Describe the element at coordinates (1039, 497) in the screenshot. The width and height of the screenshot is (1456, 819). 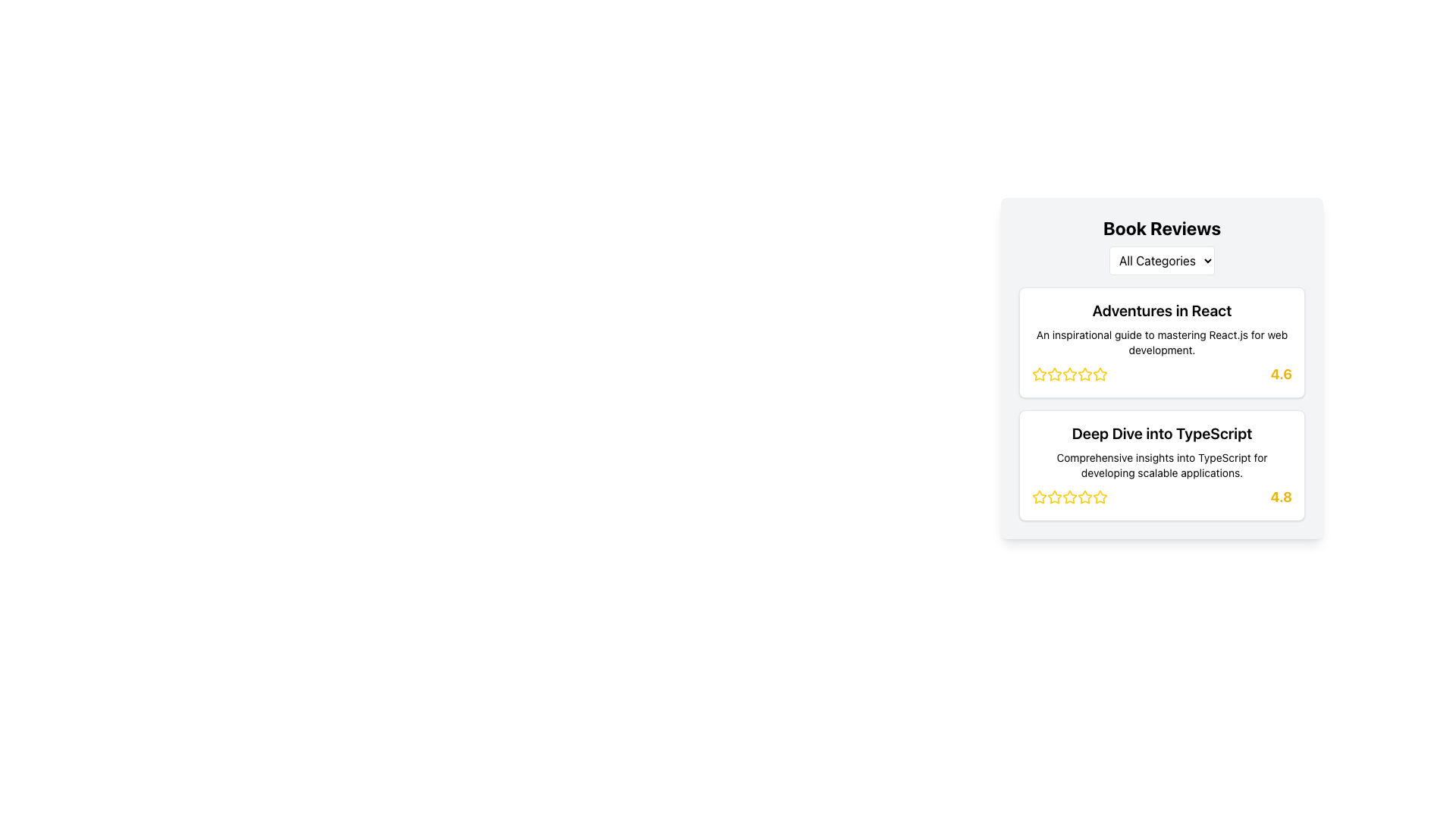
I see `the yellow star icon that is the first in a group of five, representing the rating for the book 'Deep Dive into TypeScript' in the 'Book Reviews' section` at that location.